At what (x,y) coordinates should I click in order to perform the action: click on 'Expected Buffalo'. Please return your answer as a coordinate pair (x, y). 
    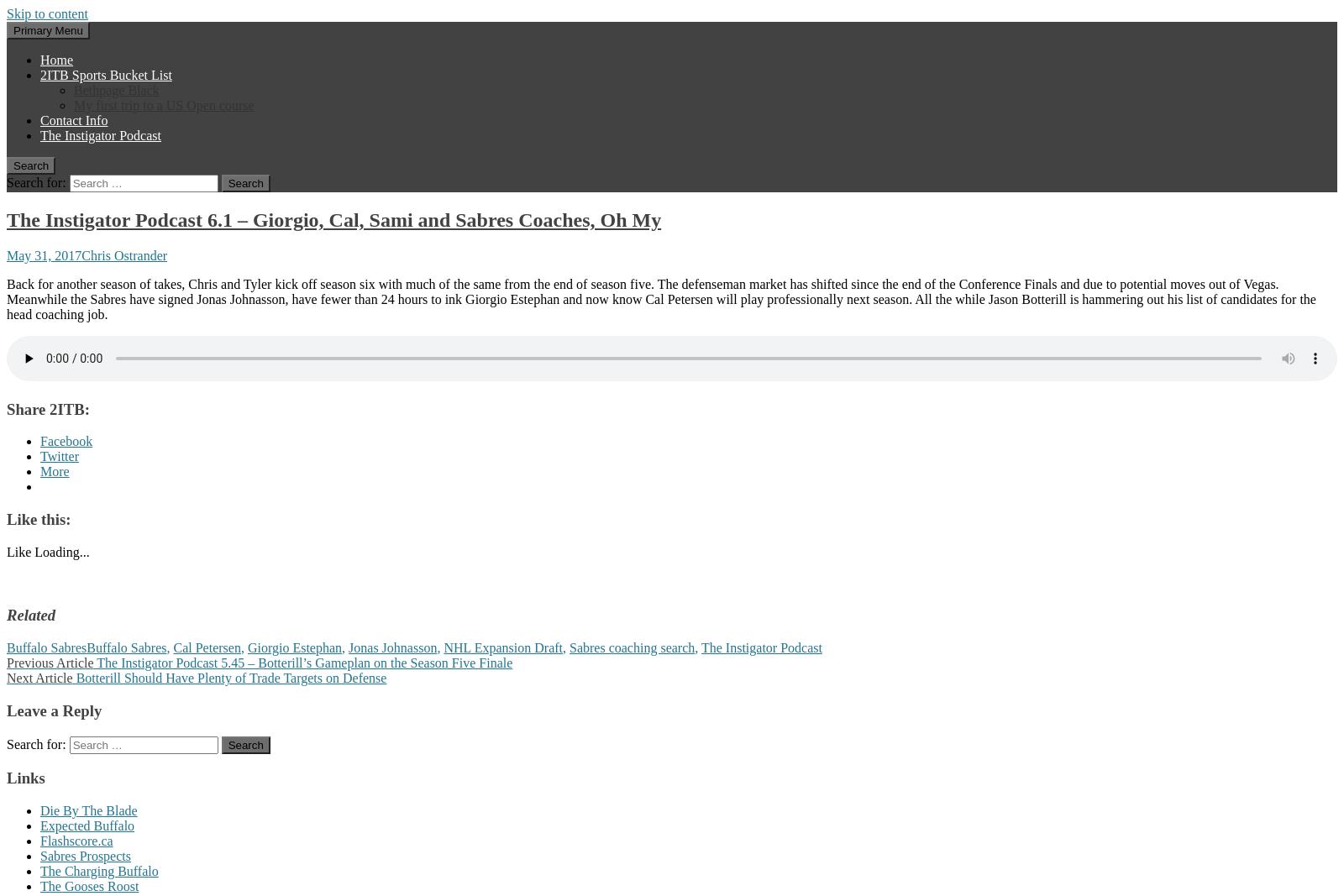
    Looking at the image, I should click on (87, 825).